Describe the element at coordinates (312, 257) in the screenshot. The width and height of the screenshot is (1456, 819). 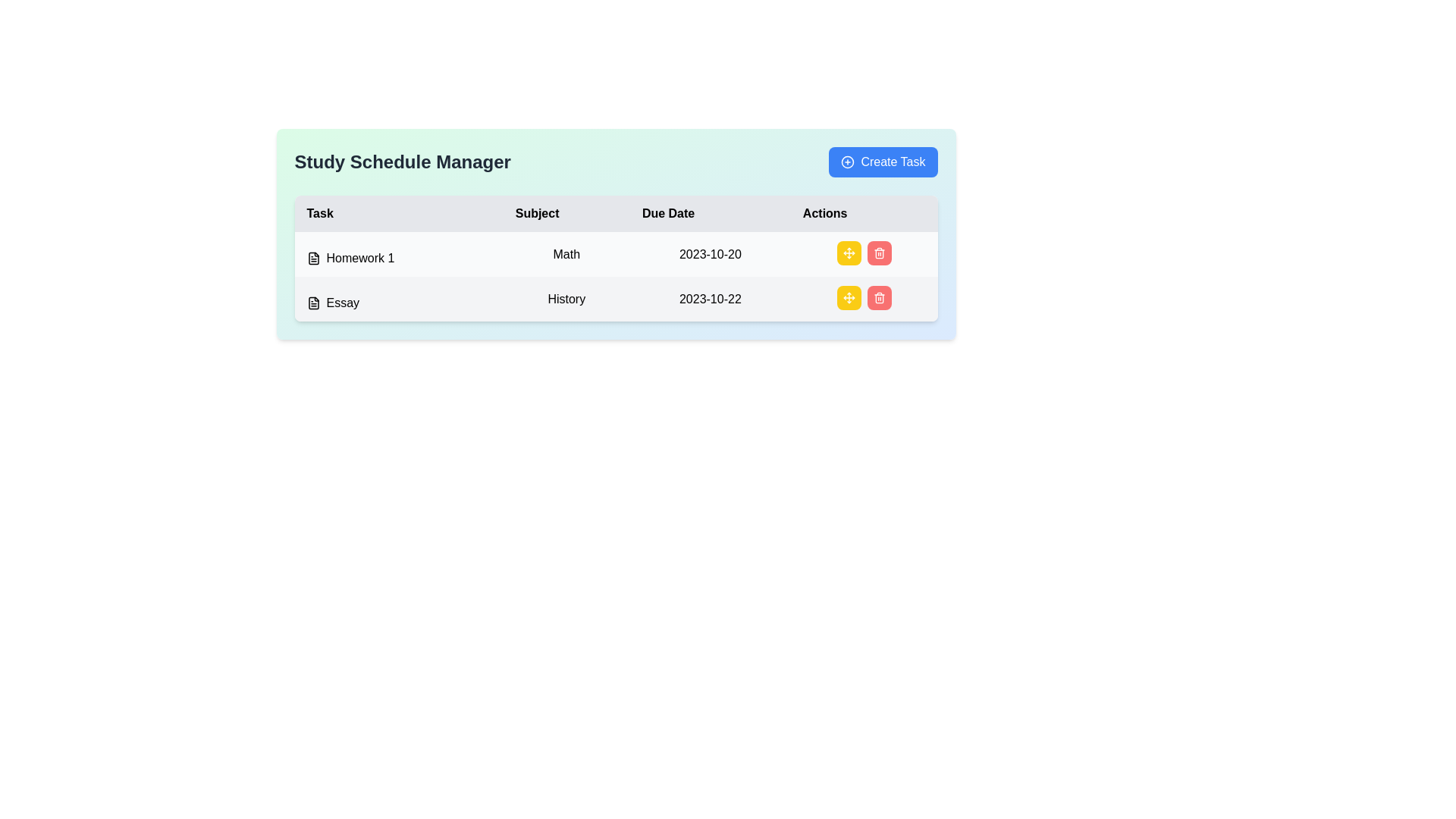
I see `the document icon representing 'Homework 1' in the 'Task' column of the 'Study Schedule Manager' section` at that location.